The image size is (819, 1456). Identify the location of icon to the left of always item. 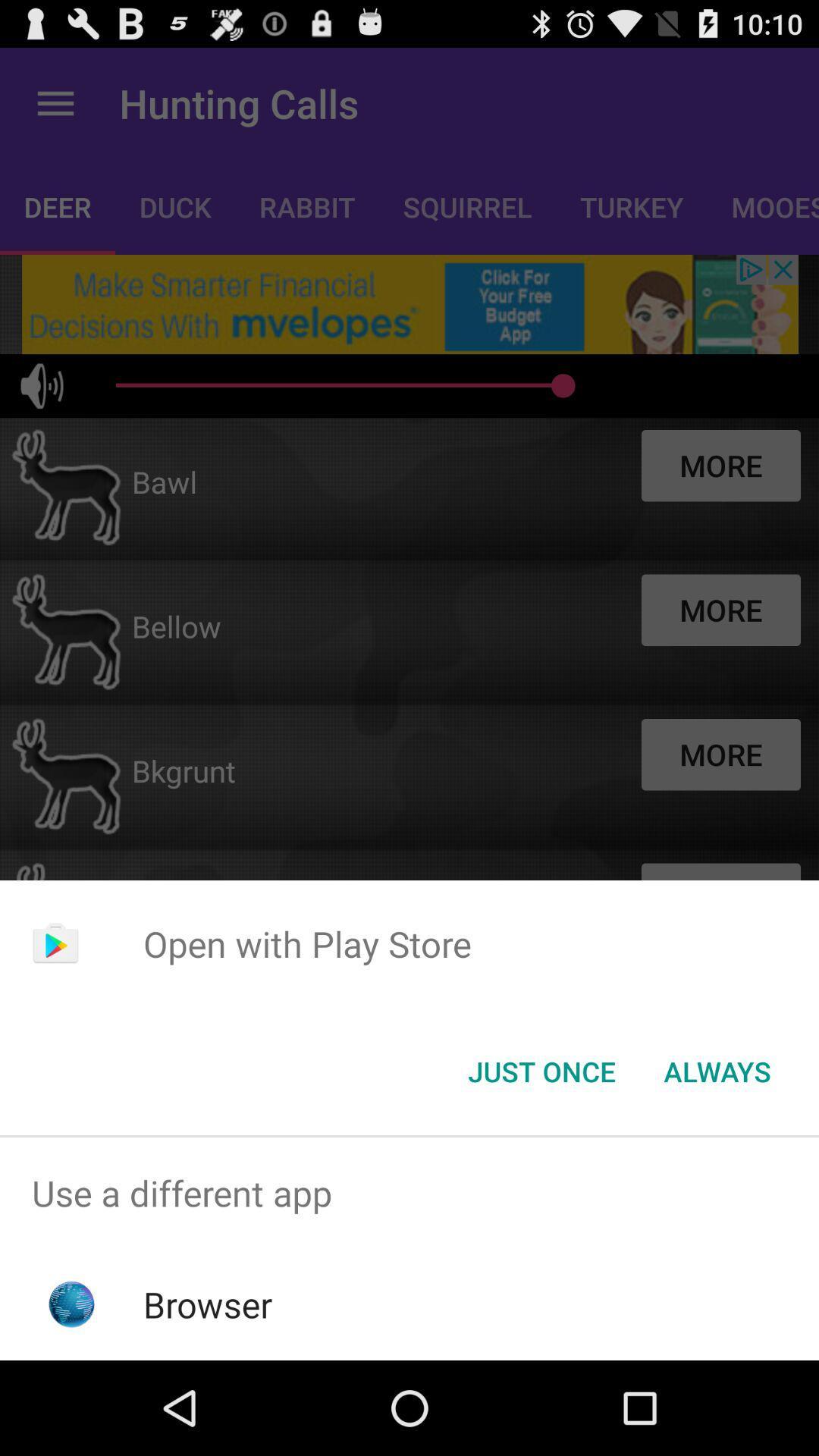
(541, 1070).